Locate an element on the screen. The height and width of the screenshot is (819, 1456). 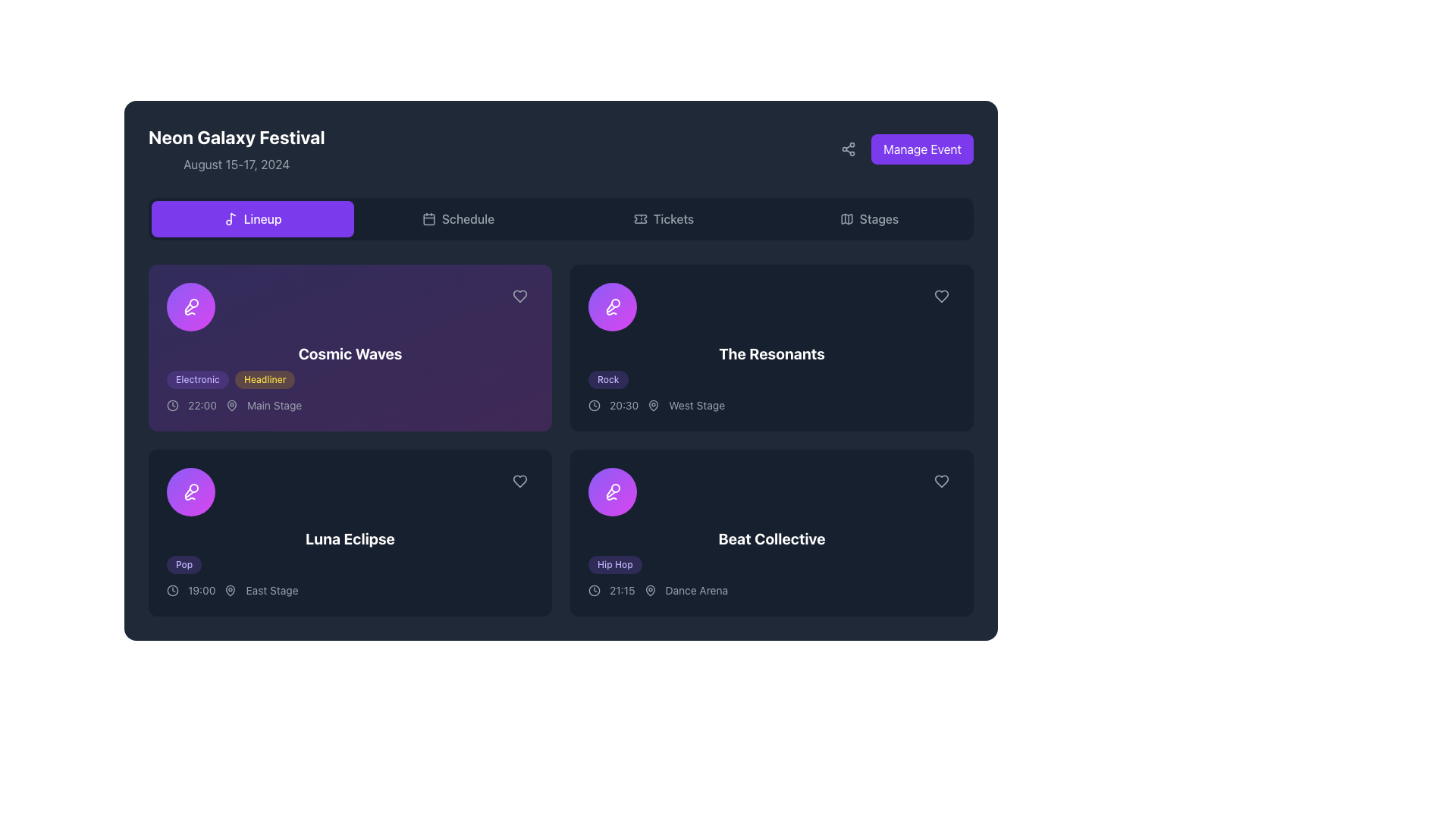
the microphone icon located to the left of the 'Cosmic Waves' text in the 'Lineup' section of the interface is located at coordinates (188, 307).